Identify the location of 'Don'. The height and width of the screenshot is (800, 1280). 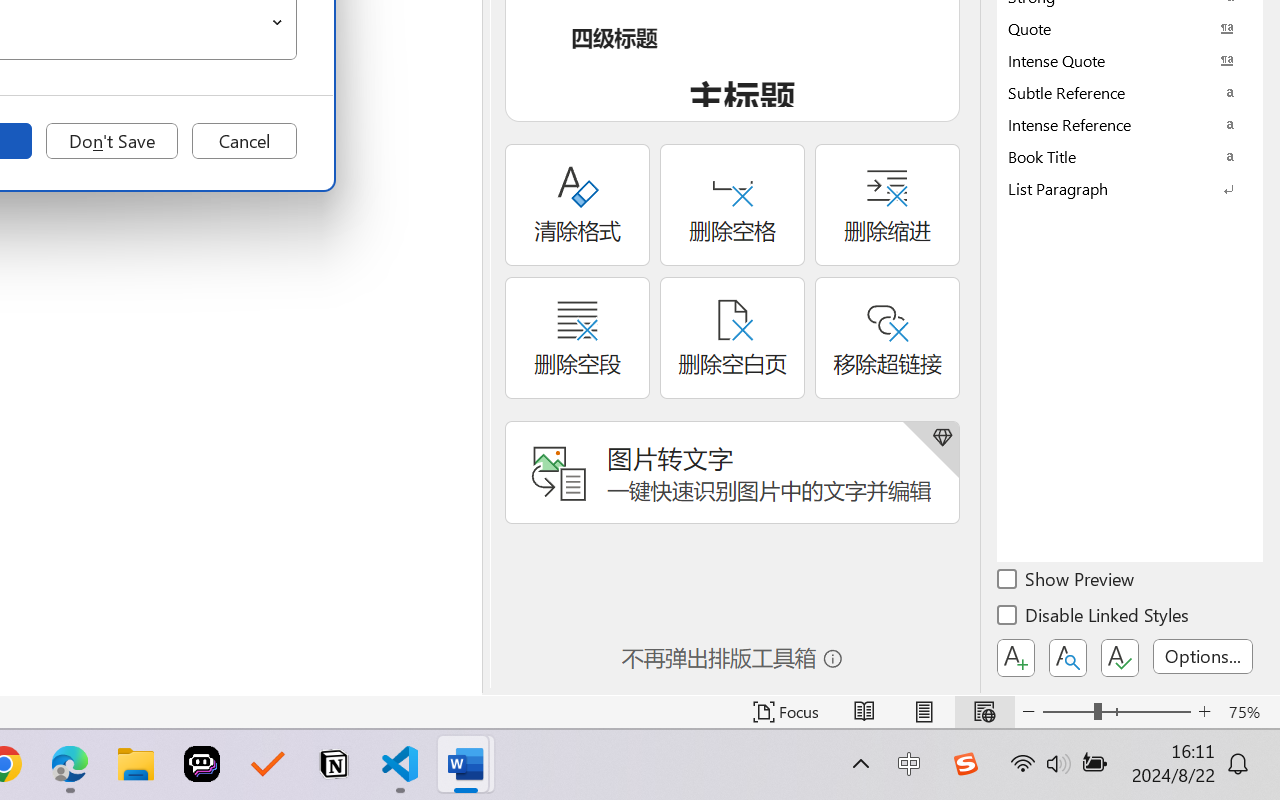
(111, 141).